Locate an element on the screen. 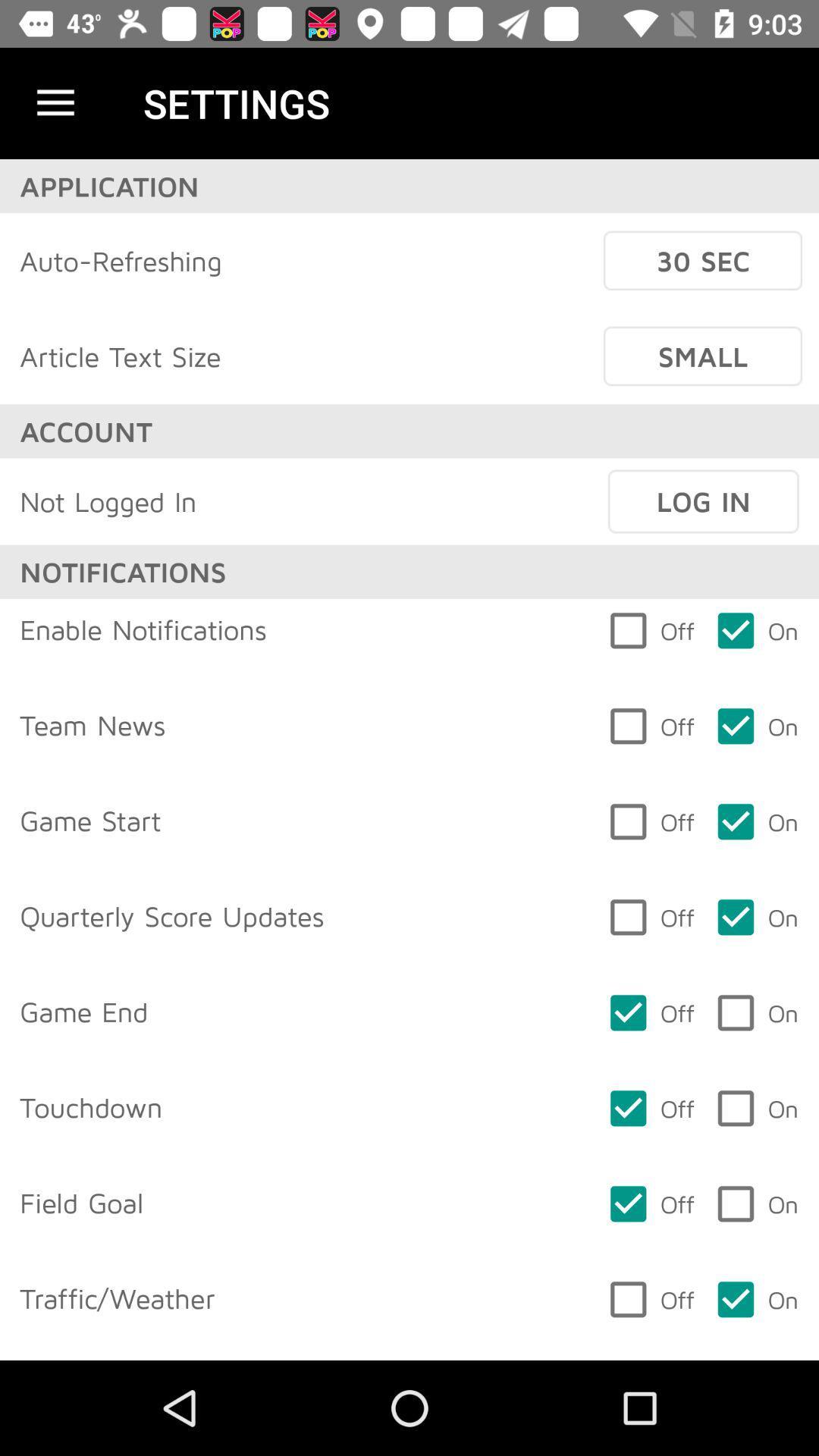 Image resolution: width=819 pixels, height=1456 pixels. the first off check box from top is located at coordinates (649, 1012).